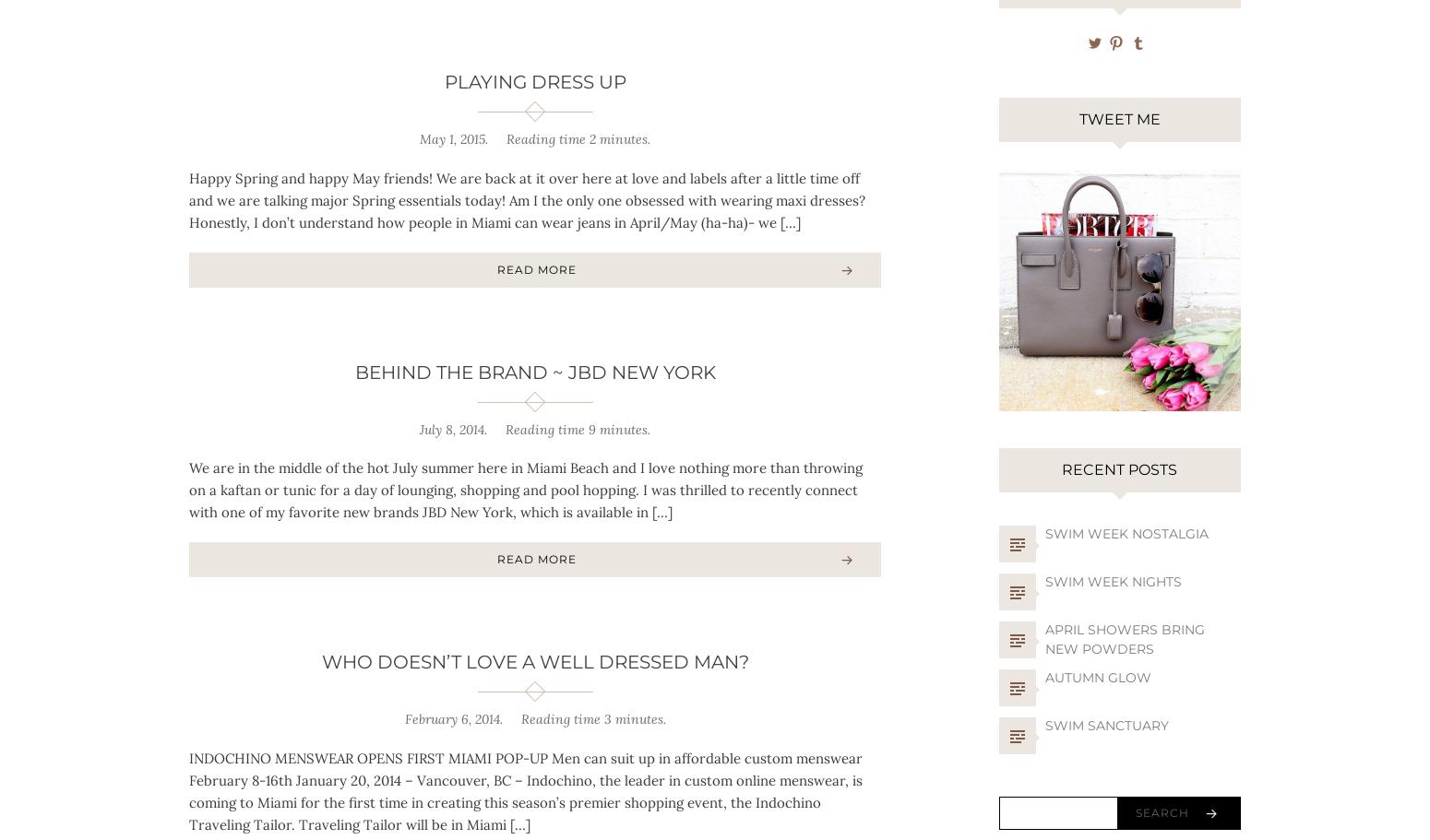  I want to click on 'February 6, 2014', so click(450, 718).